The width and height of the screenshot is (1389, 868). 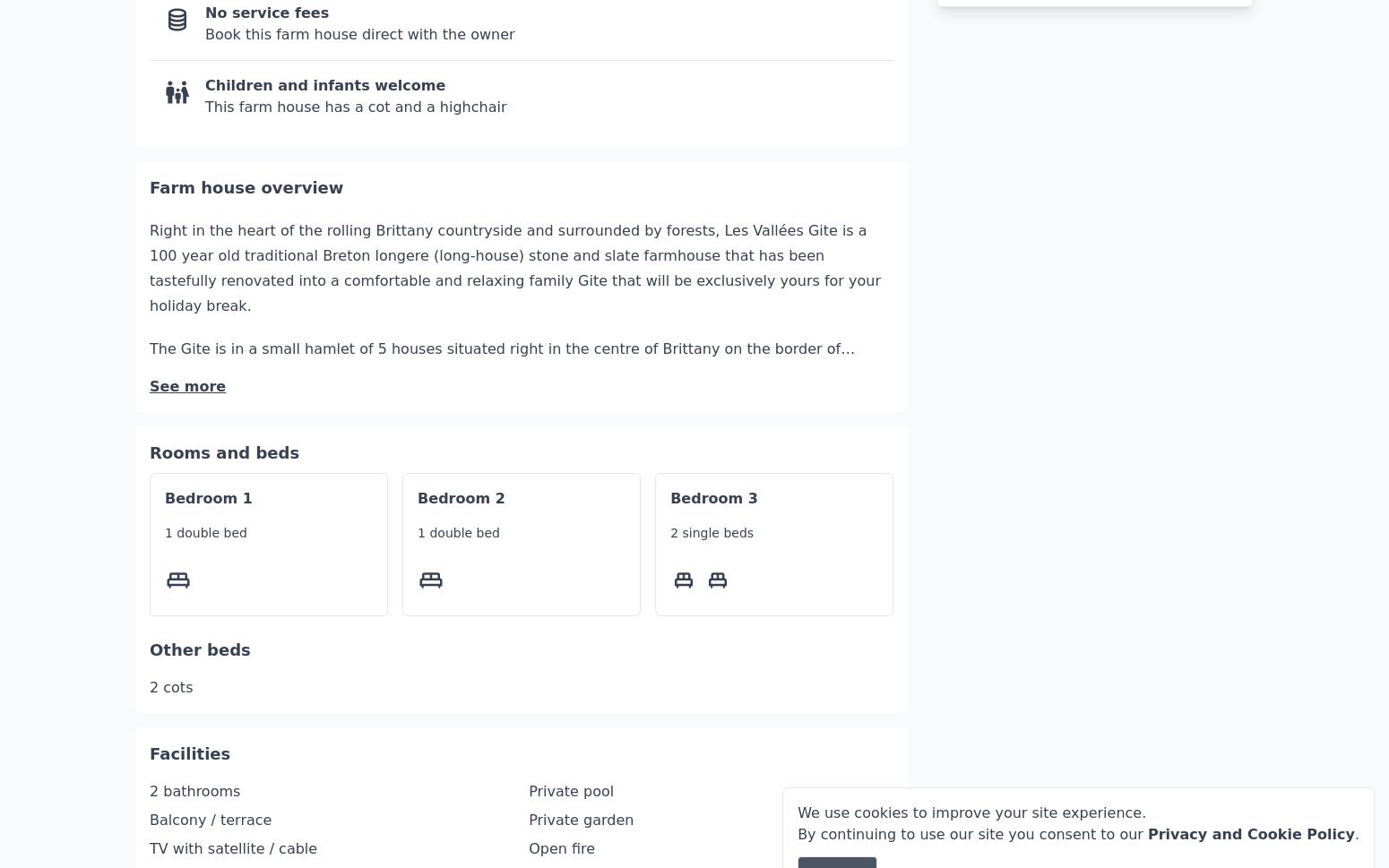 I want to click on 'For further travel details and maps, please contact us via ClickStay.', so click(x=391, y=639).